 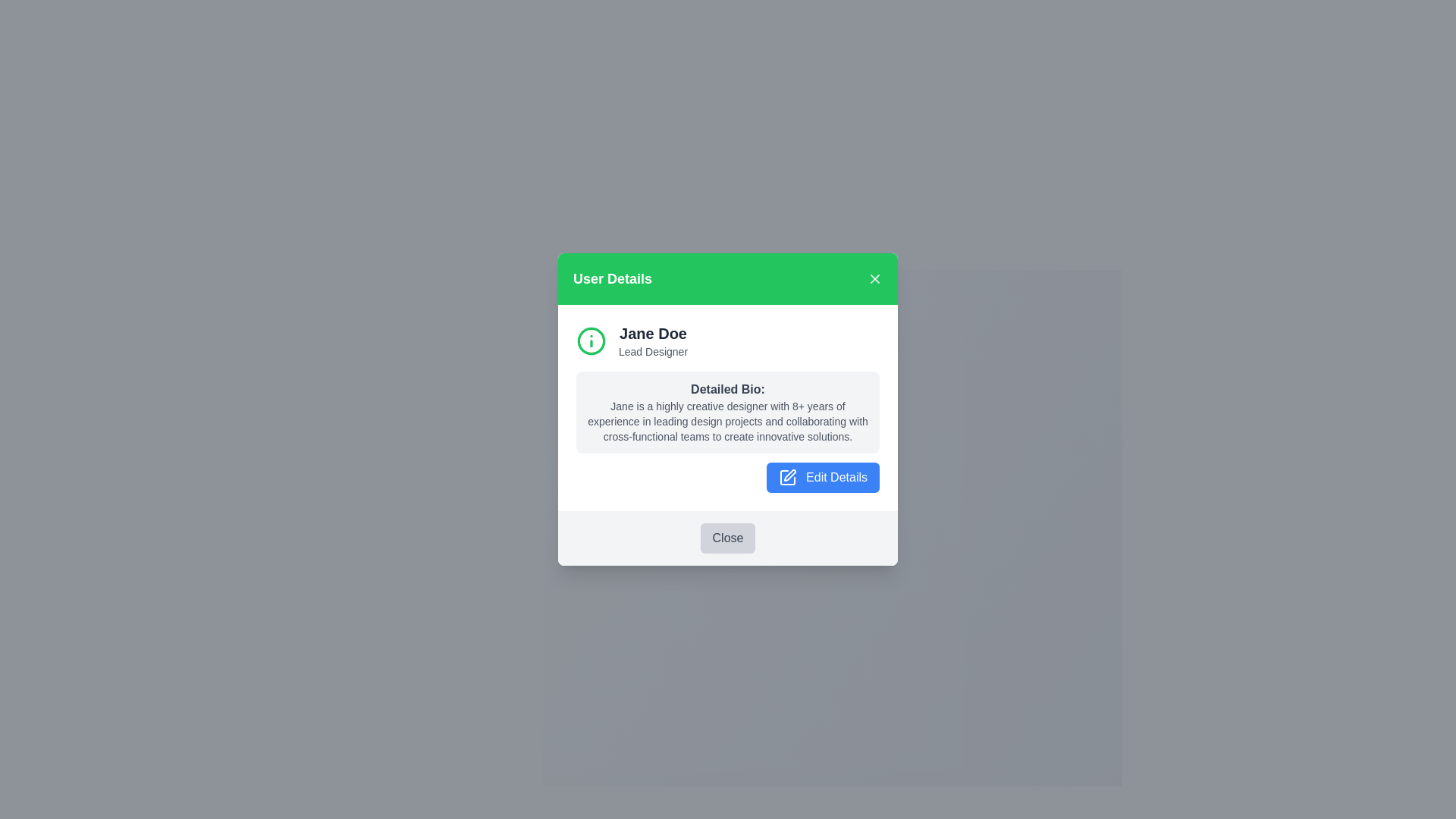 What do you see at coordinates (874, 278) in the screenshot?
I see `the close button with an icon located at the far right of the header bar in the modal` at bounding box center [874, 278].